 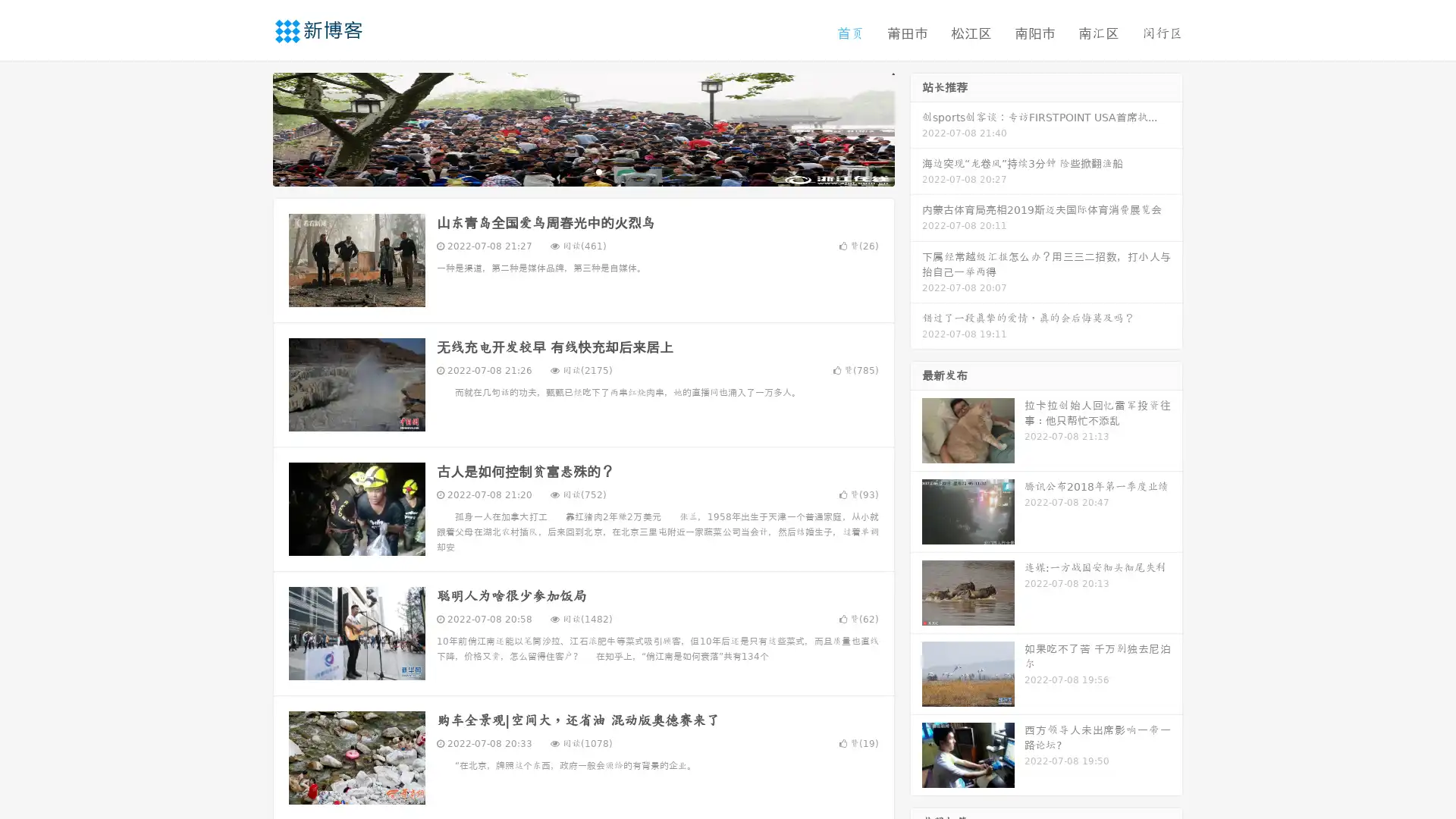 What do you see at coordinates (582, 171) in the screenshot?
I see `Go to slide 2` at bounding box center [582, 171].